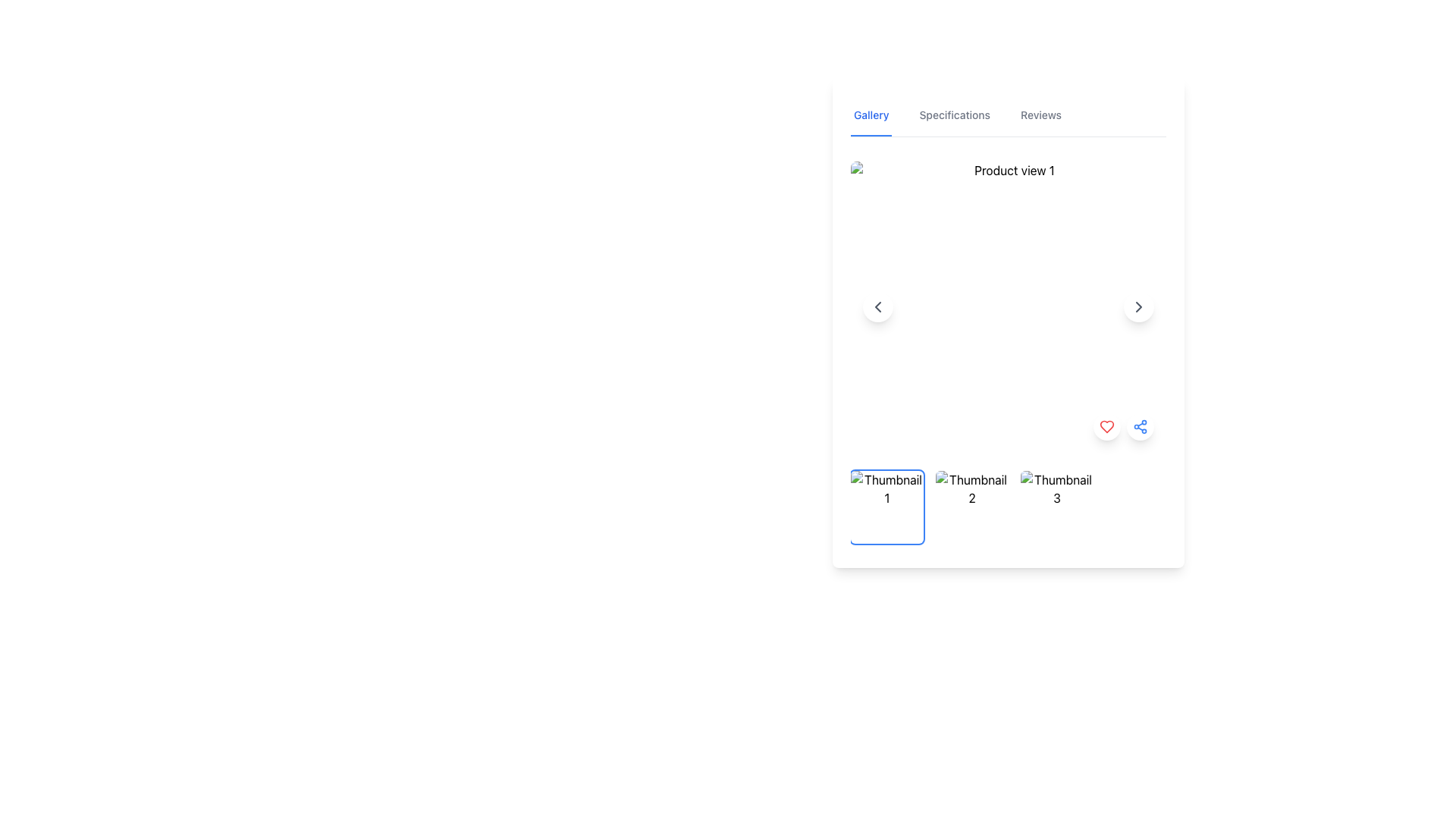 This screenshot has width=1456, height=819. What do you see at coordinates (887, 507) in the screenshot?
I see `the selected thumbnail image labeled 'Thumbnail 1'` at bounding box center [887, 507].